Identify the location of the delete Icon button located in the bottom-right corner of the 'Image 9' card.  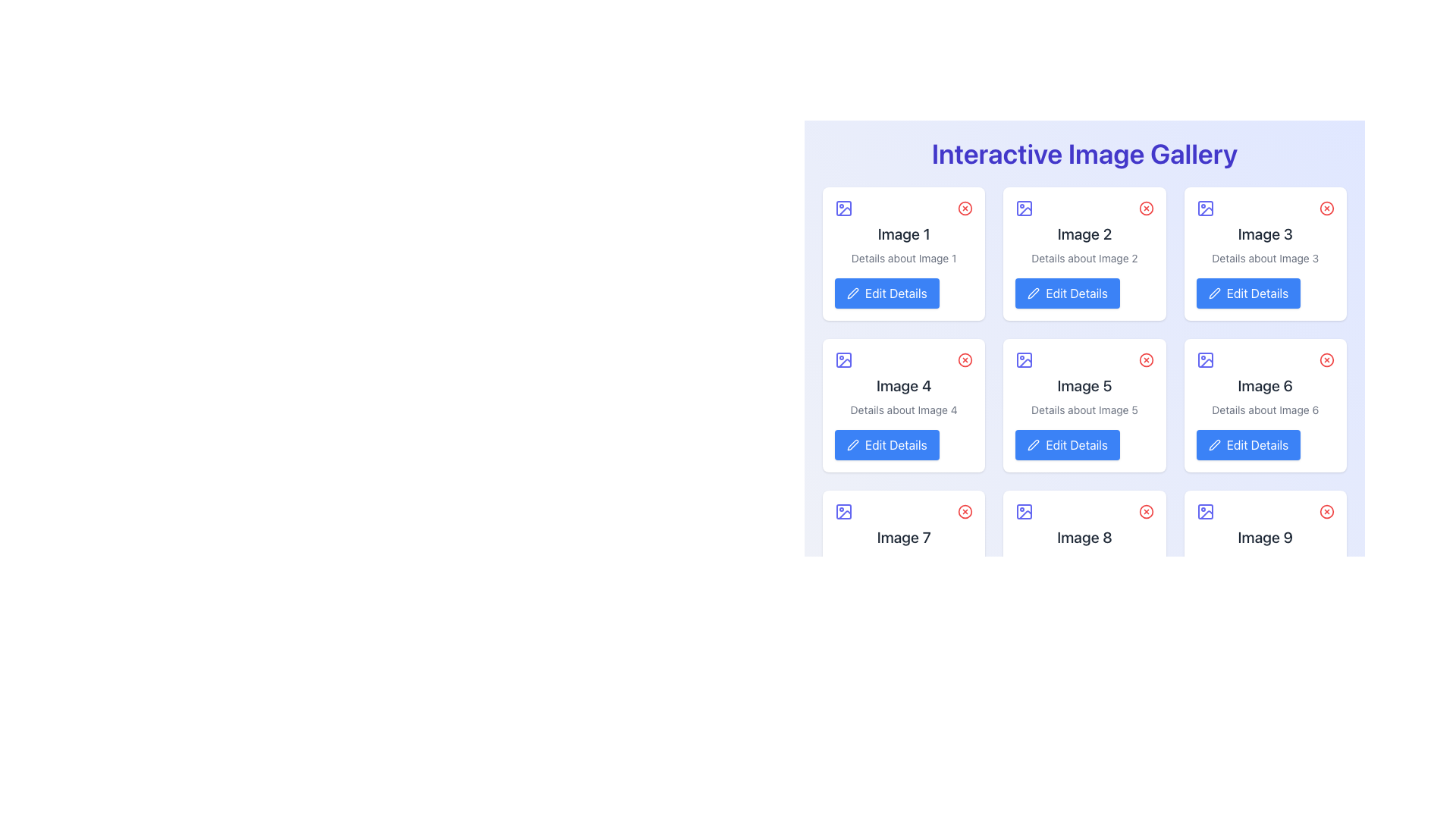
(1326, 512).